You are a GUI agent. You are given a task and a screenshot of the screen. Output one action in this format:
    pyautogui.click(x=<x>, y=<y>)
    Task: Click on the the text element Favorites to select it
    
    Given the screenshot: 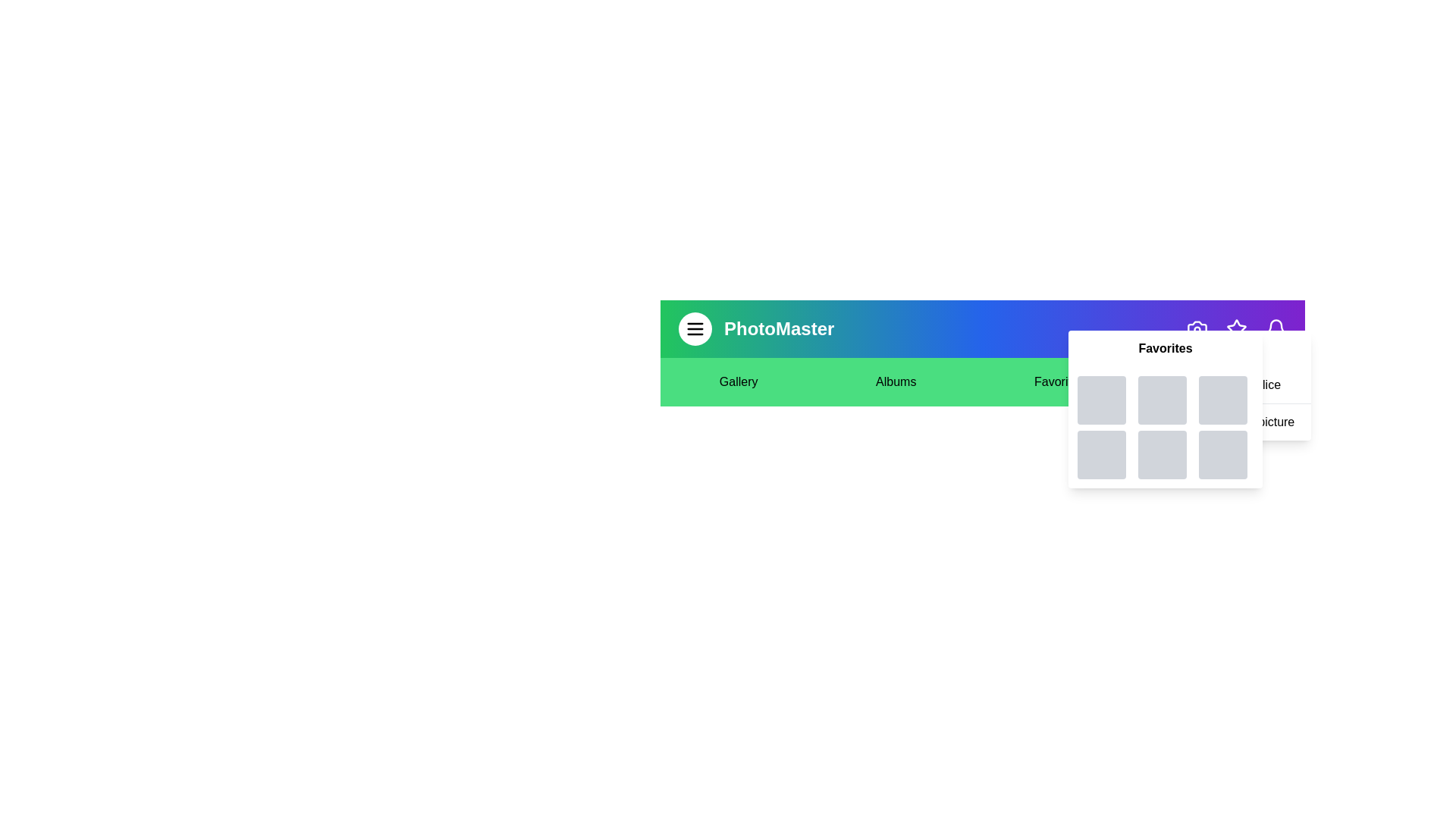 What is the action you would take?
    pyautogui.click(x=1058, y=381)
    